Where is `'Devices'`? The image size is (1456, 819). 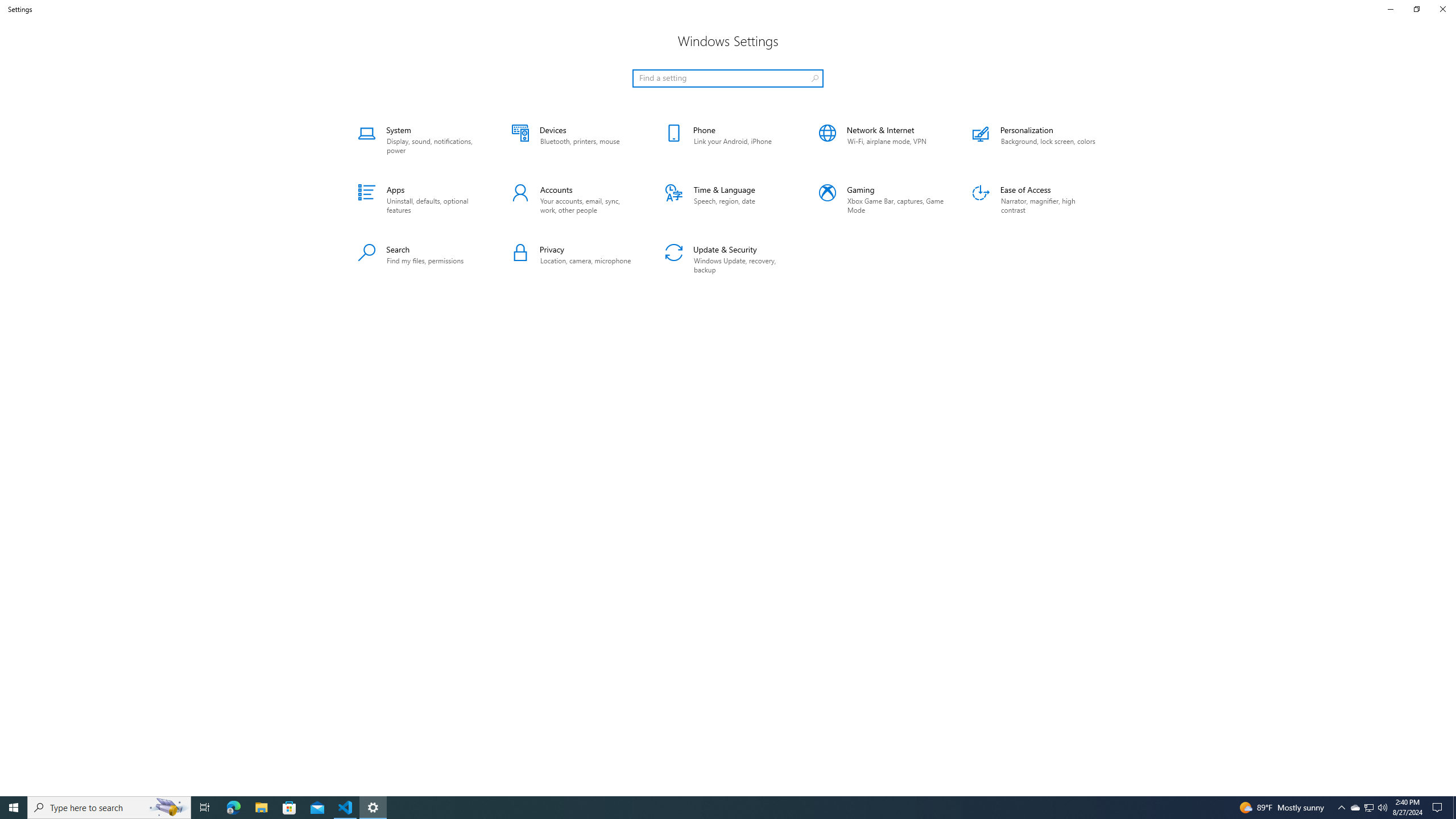
'Devices' is located at coordinates (573, 139).